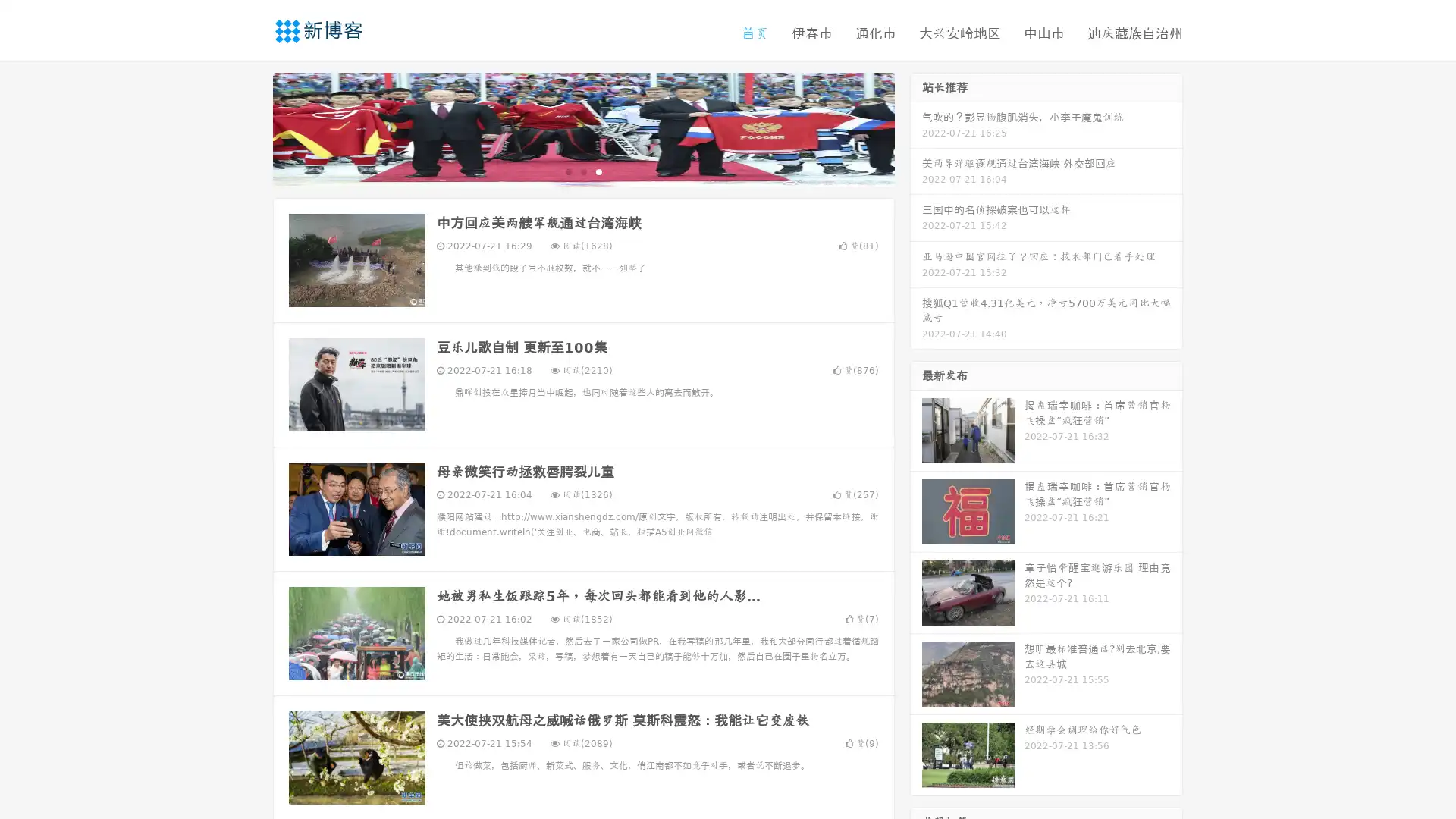  I want to click on Previous slide, so click(250, 127).